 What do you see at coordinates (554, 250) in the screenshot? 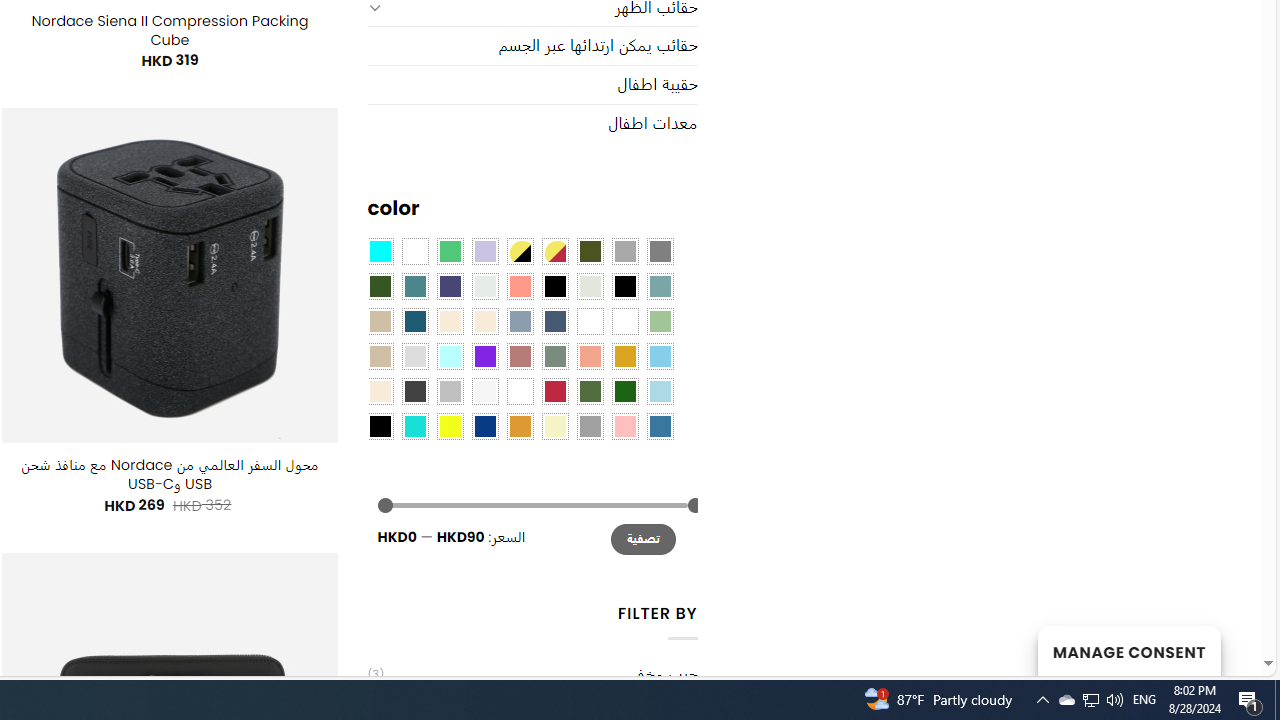
I see `'Yellow-Red'` at bounding box center [554, 250].